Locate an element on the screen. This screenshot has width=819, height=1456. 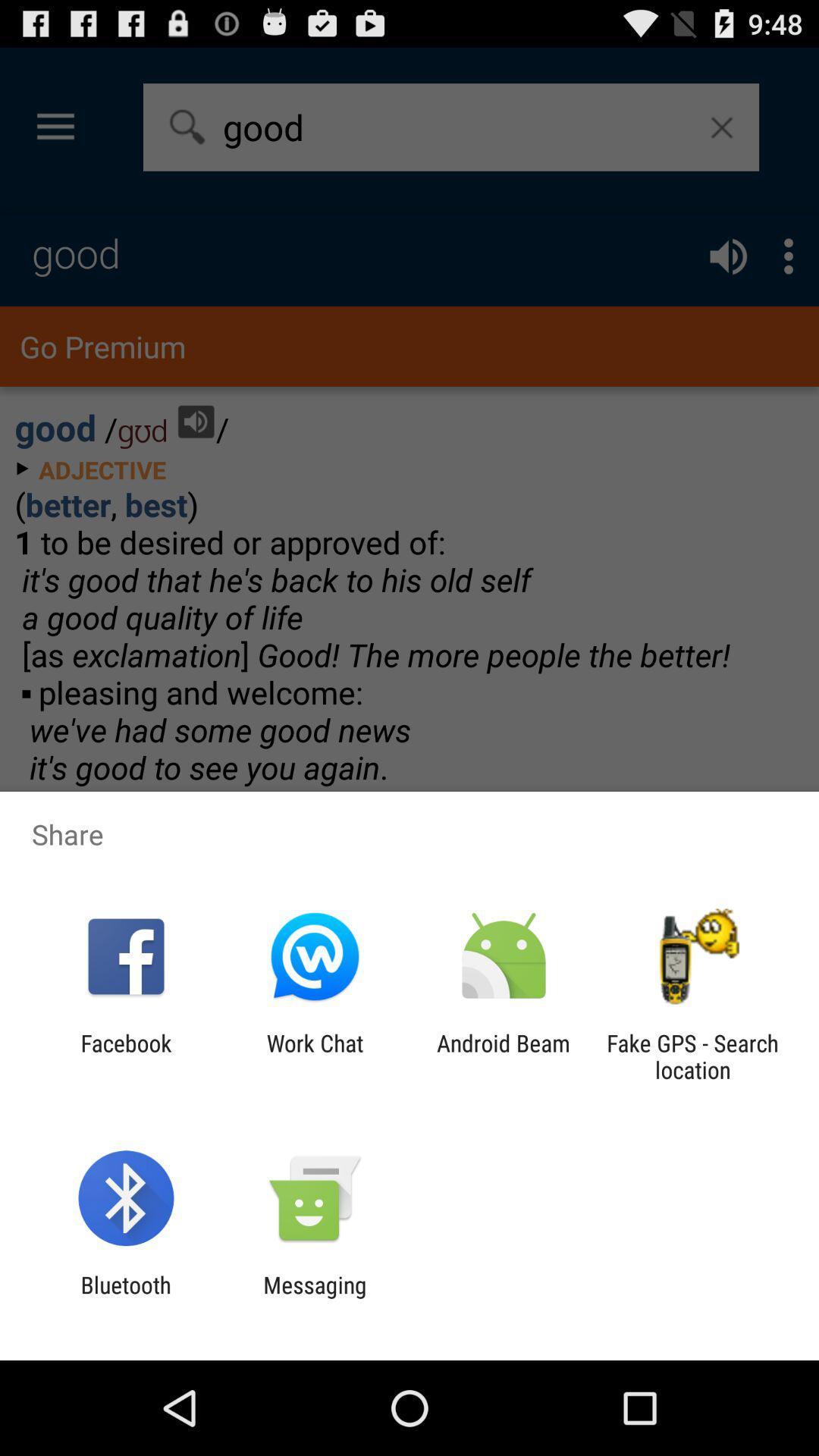
the bluetooth icon is located at coordinates (125, 1298).